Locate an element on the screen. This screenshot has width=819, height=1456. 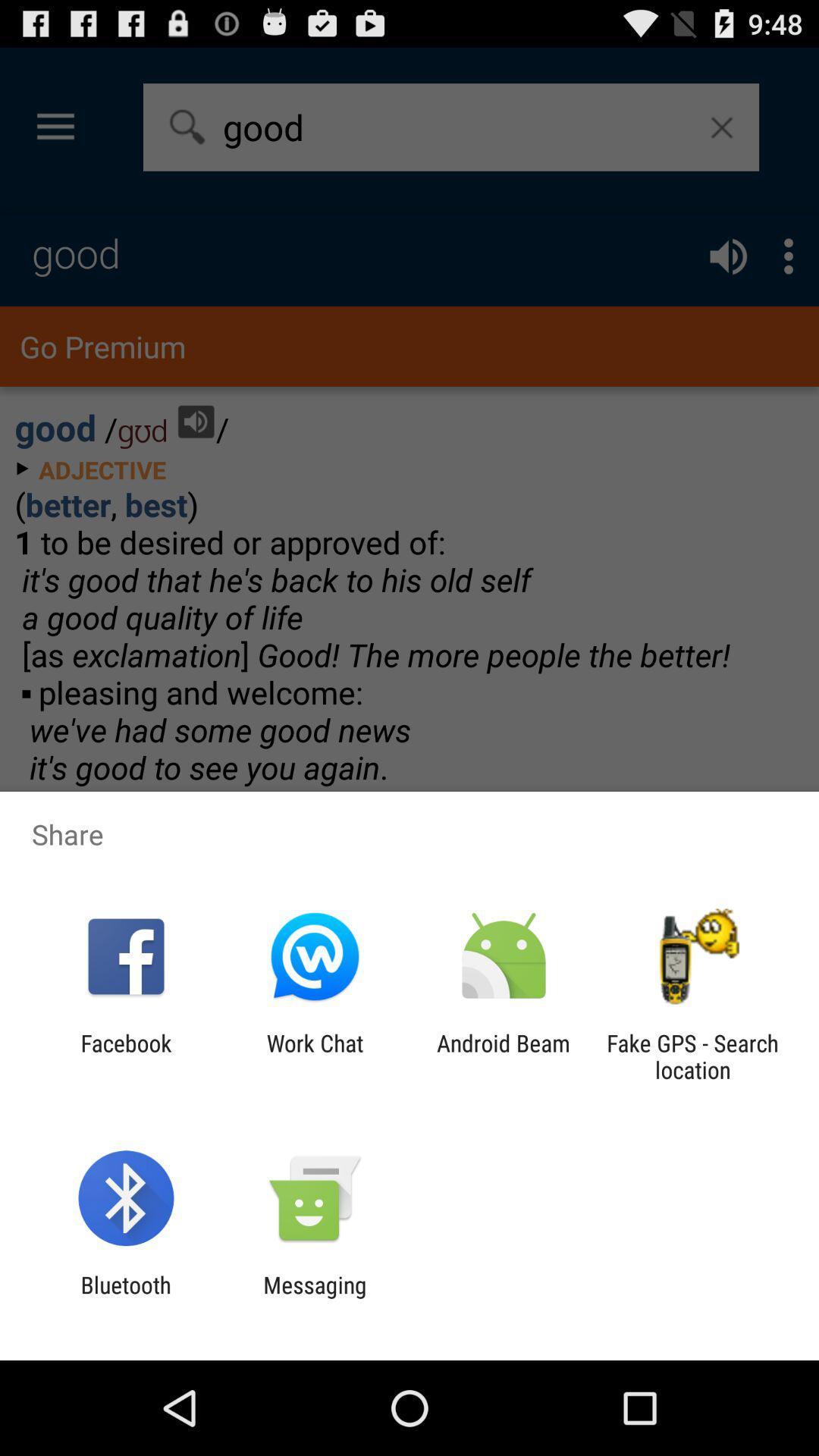
the bluetooth icon is located at coordinates (125, 1298).